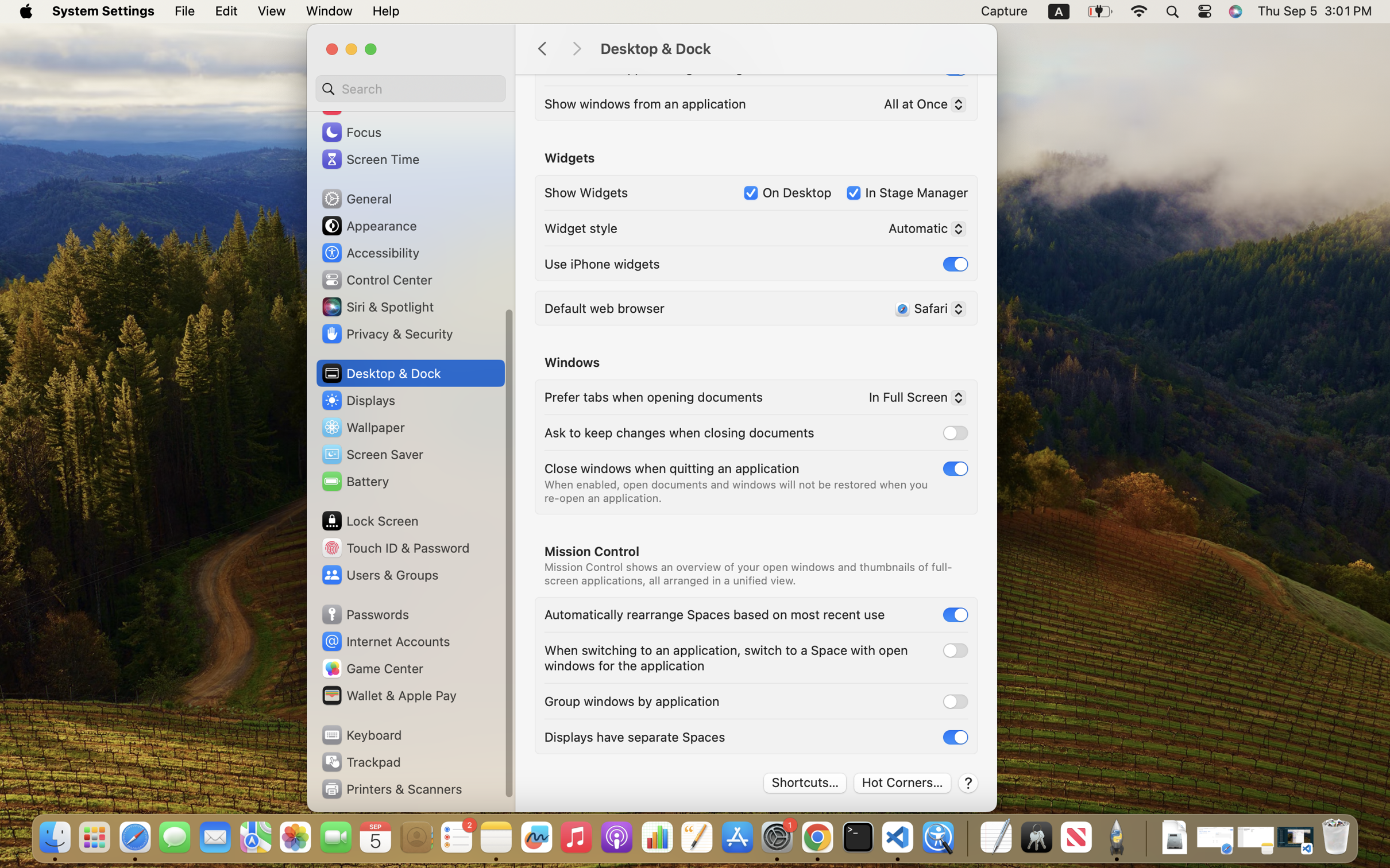 The image size is (1390, 868). I want to click on 'Siri & Spotlight', so click(376, 305).